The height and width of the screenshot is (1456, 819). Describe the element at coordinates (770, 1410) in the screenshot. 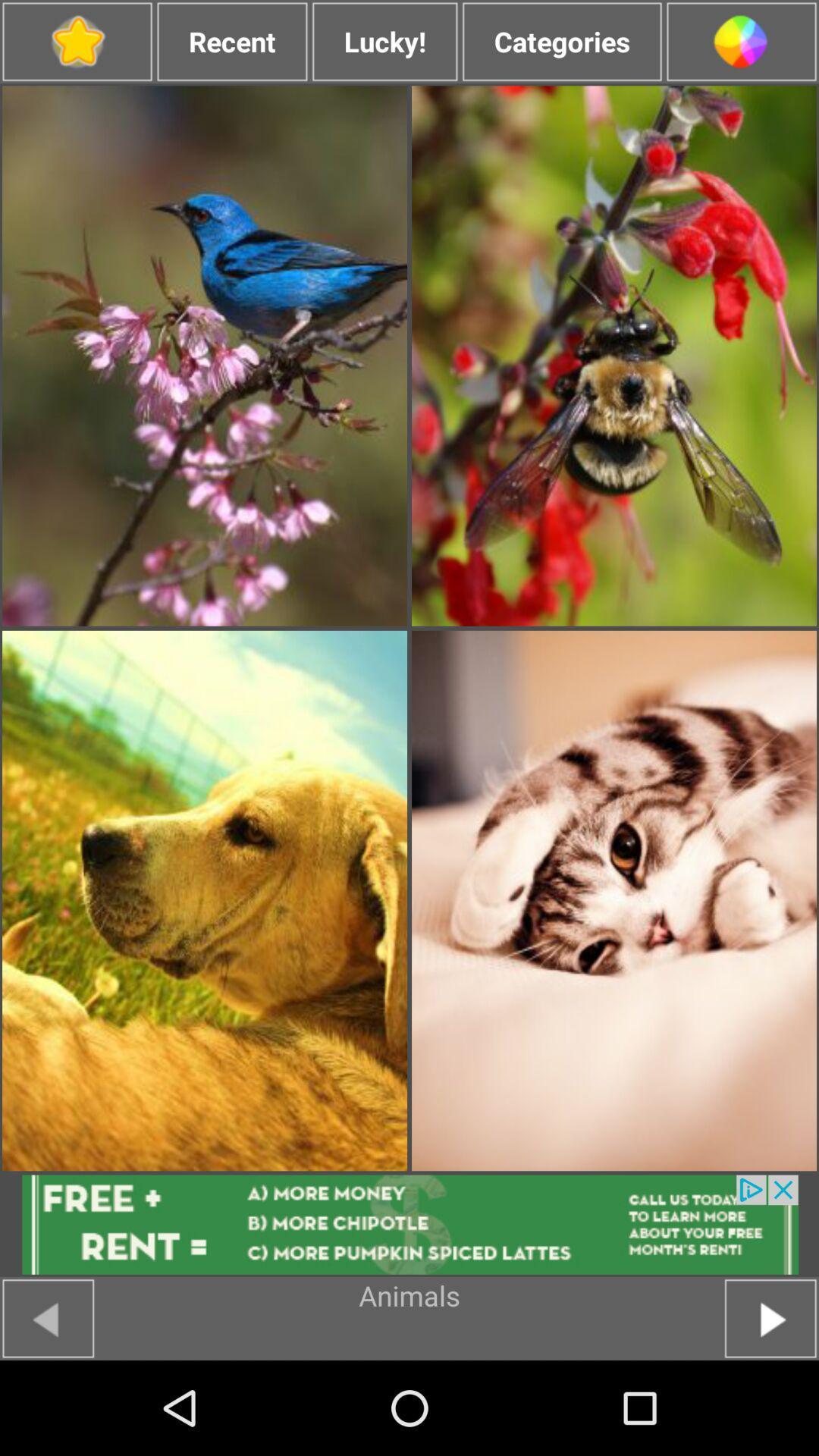

I see `the play icon` at that location.